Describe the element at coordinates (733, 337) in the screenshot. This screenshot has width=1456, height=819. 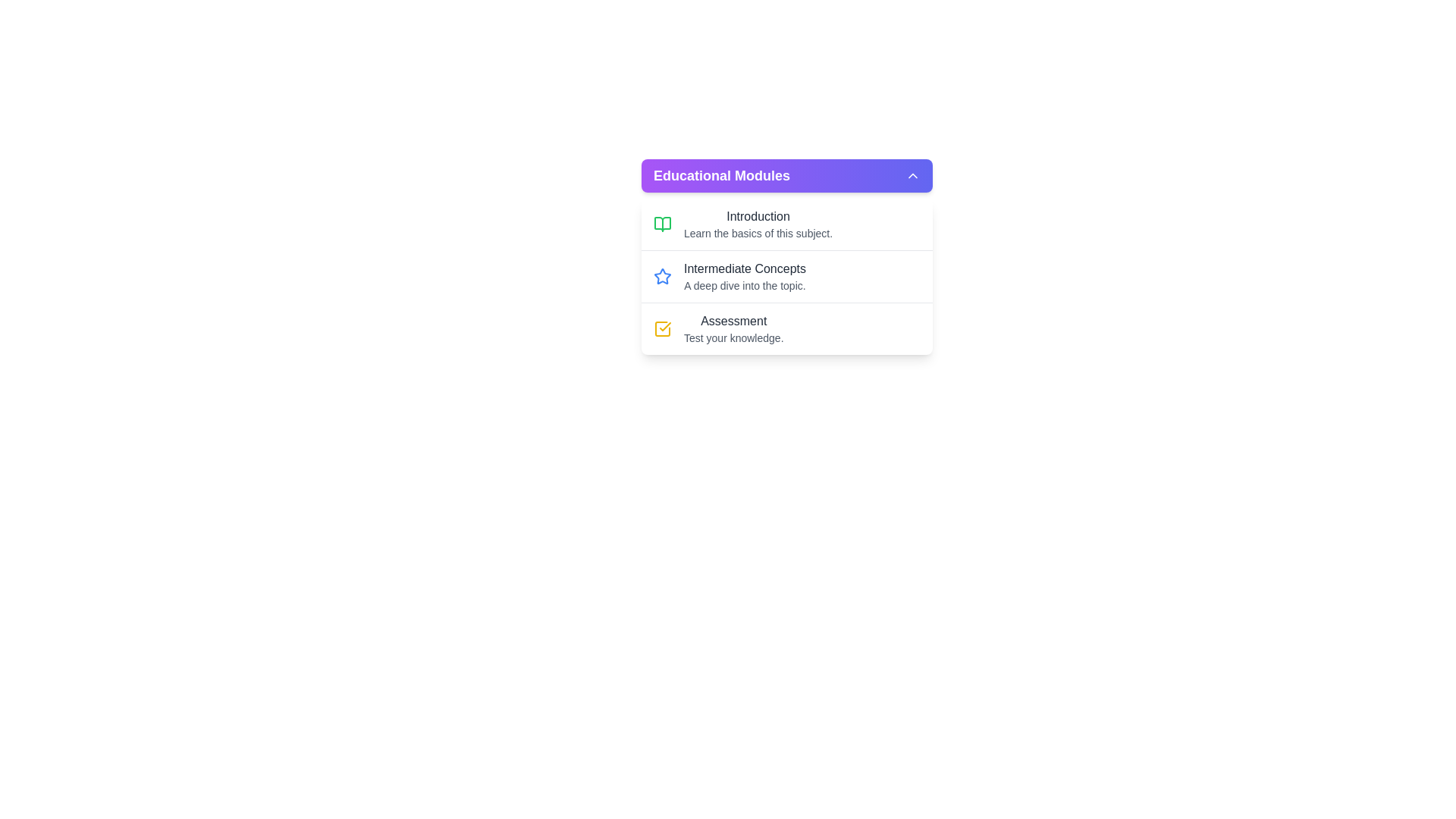
I see `hint text associated with the 'Assessment' option located directly beneath the 'Assessment' text in the Educational Modules dropdown` at that location.